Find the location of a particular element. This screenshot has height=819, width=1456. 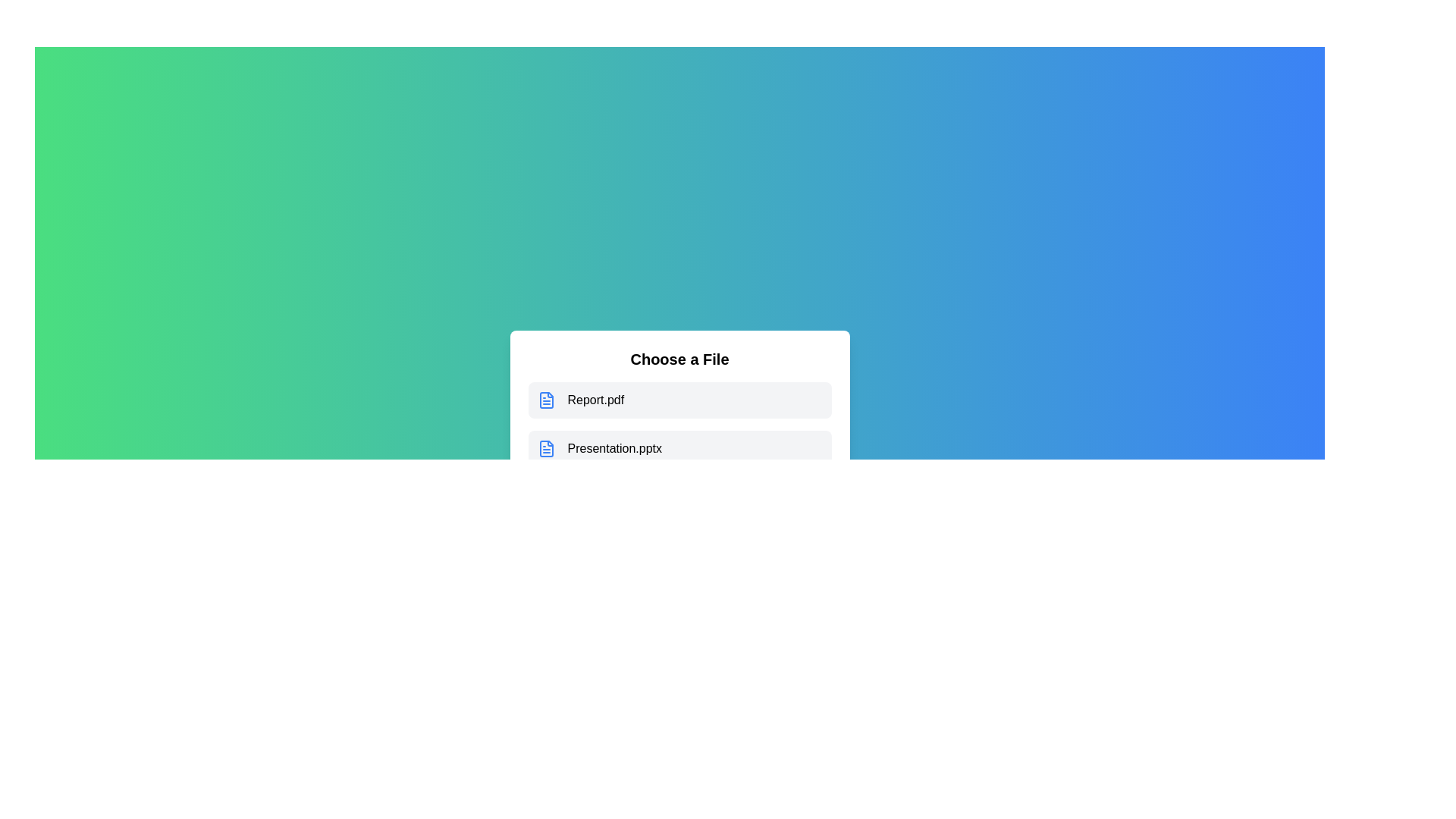

the file icon next to the file named Presentation.pptx is located at coordinates (546, 447).